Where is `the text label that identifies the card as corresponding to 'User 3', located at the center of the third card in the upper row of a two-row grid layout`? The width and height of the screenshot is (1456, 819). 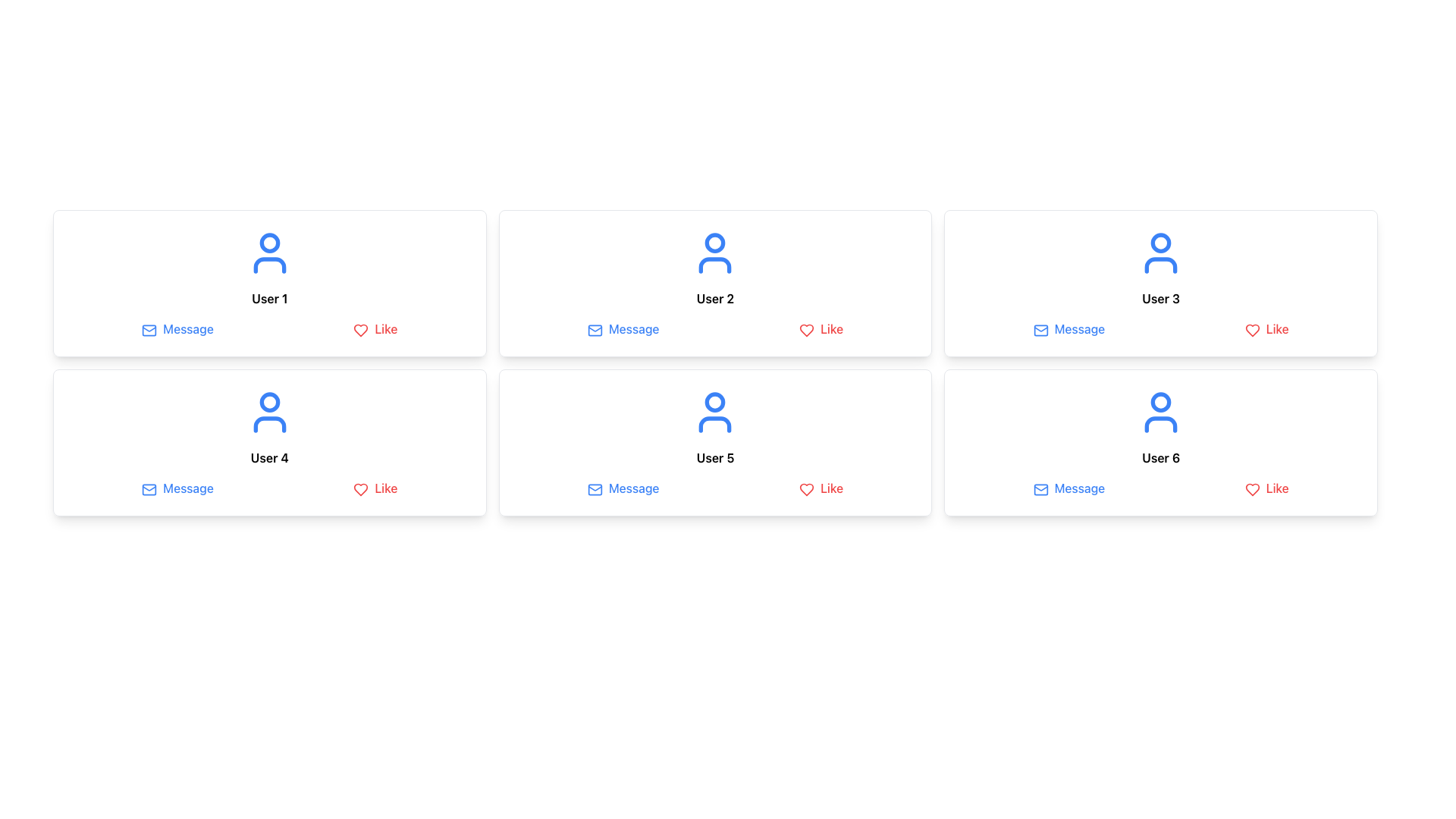
the text label that identifies the card as corresponding to 'User 3', located at the center of the third card in the upper row of a two-row grid layout is located at coordinates (1160, 298).